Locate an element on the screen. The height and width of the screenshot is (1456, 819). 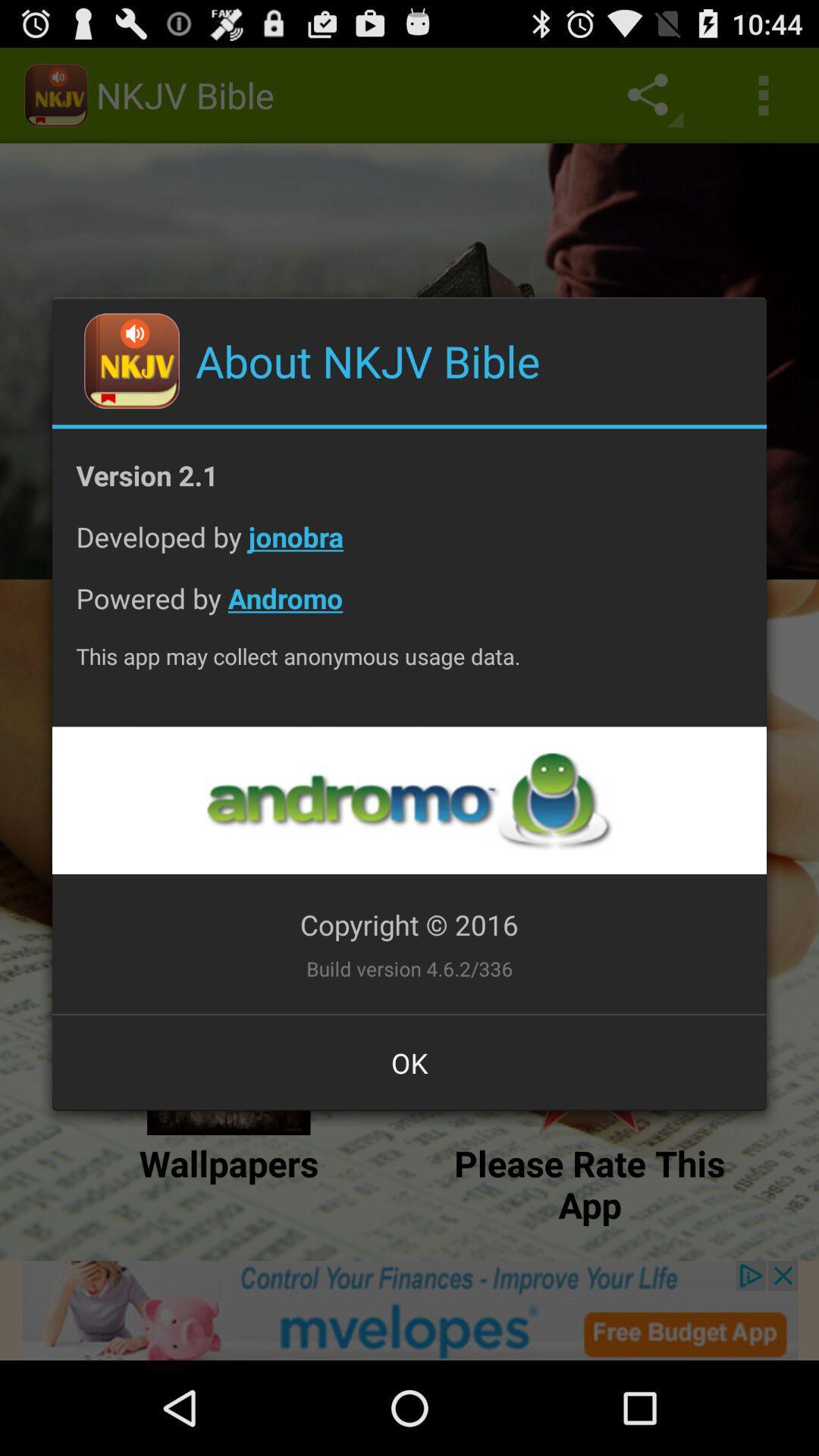
the developed by jonobra app is located at coordinates (409, 548).